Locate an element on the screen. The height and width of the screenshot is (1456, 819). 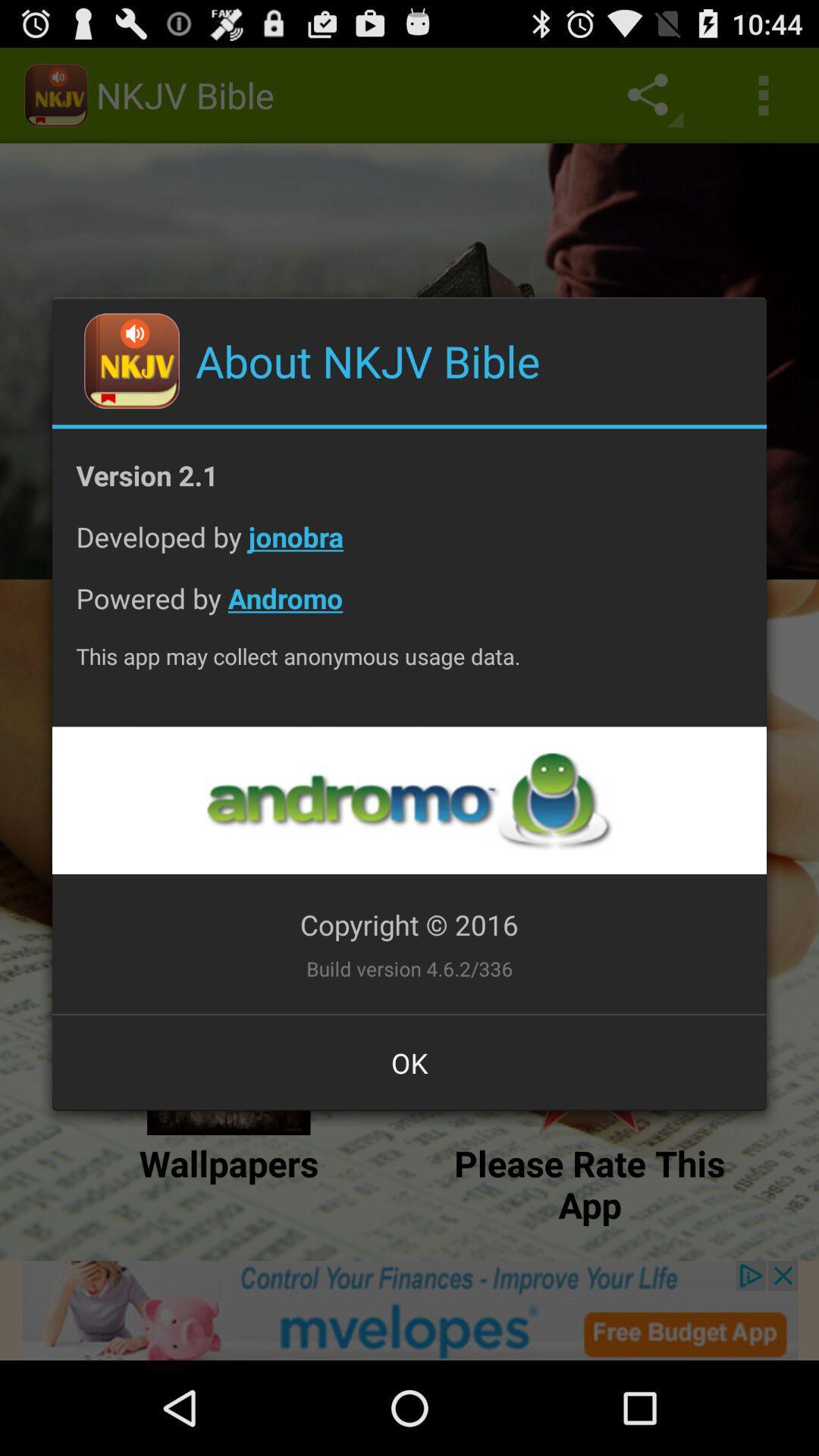
the developed by jonobra app is located at coordinates (409, 548).